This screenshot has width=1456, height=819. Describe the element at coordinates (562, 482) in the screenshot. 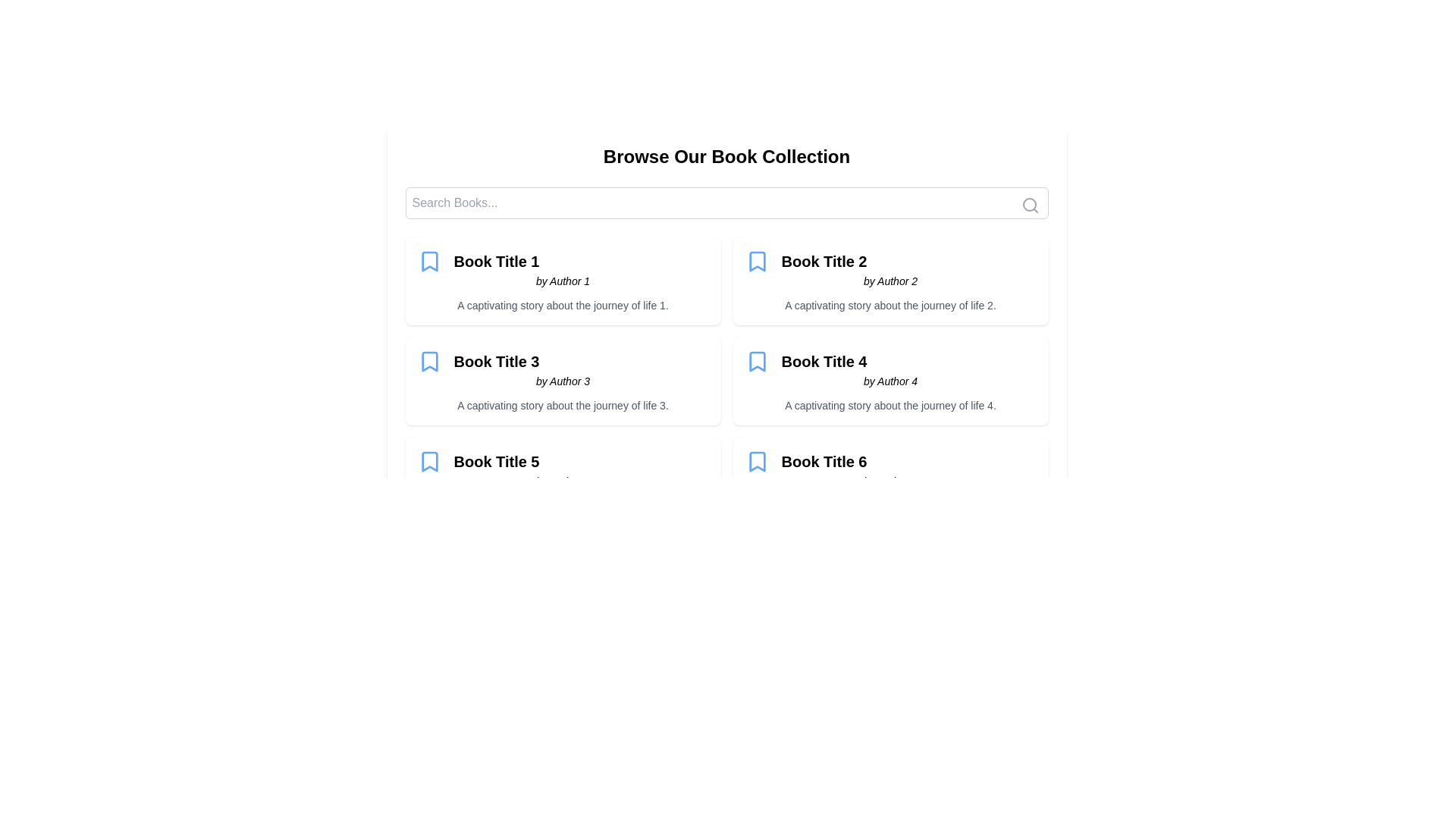

I see `the Informational Card displaying details about a book, located in the second row, first column of the grid layout, aligned to the left and below 'Book Title 3'` at that location.